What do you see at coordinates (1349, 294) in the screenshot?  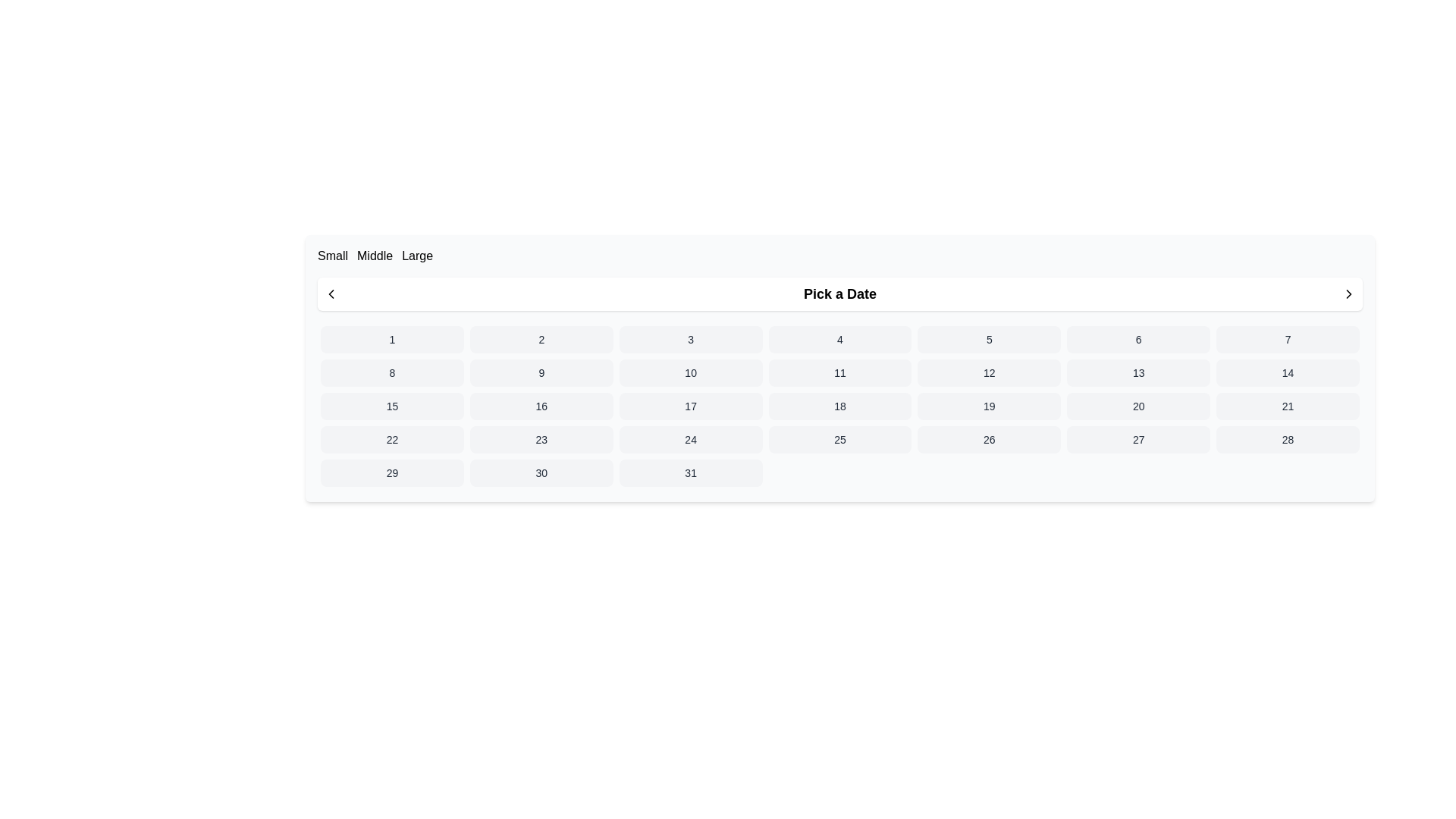 I see `the rightward-facing chevron icon located at the far right side of the 'Pick a Date' header section` at bounding box center [1349, 294].